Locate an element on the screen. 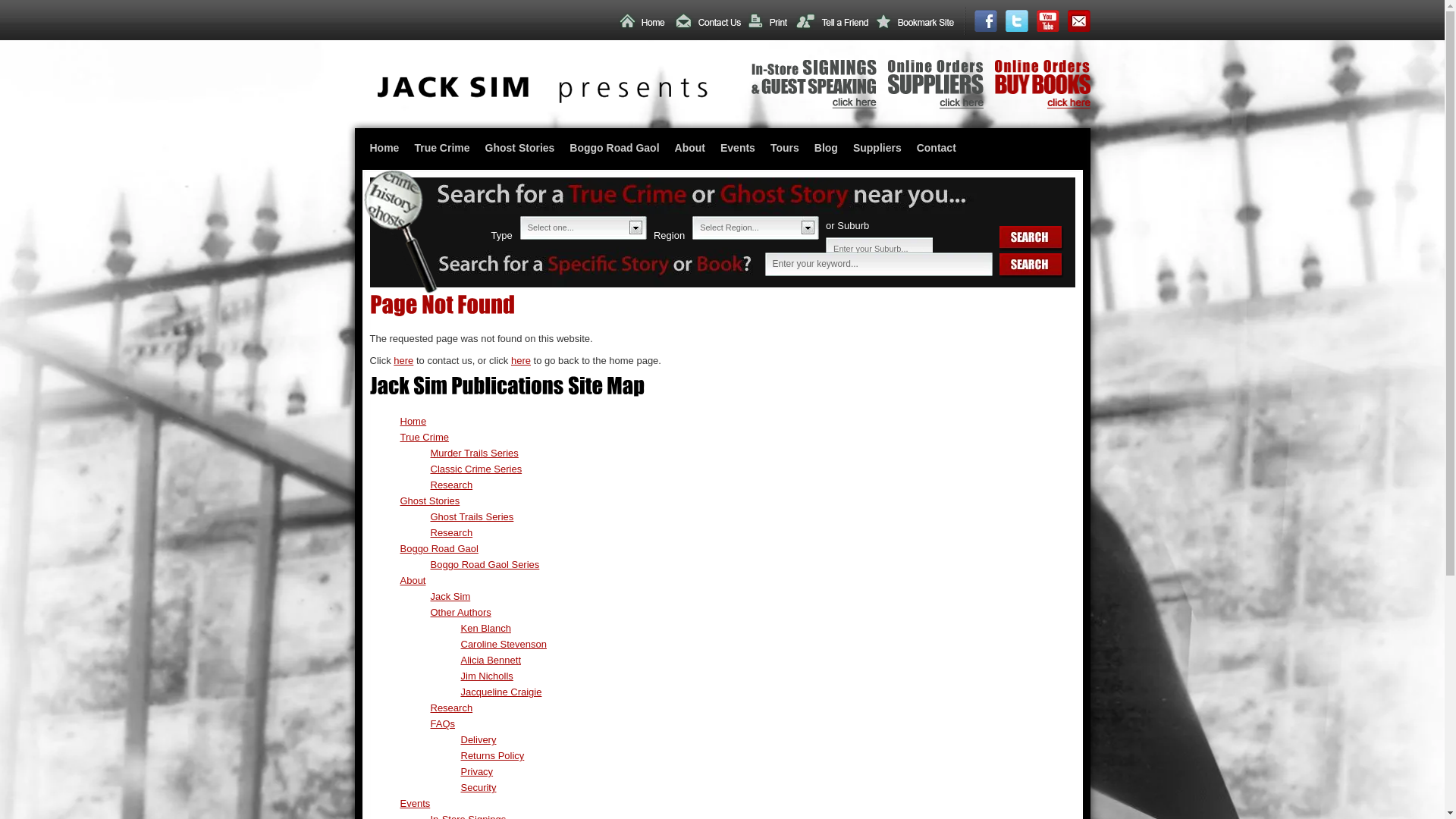 This screenshot has width=1456, height=819. 'Delivery' is located at coordinates (478, 739).